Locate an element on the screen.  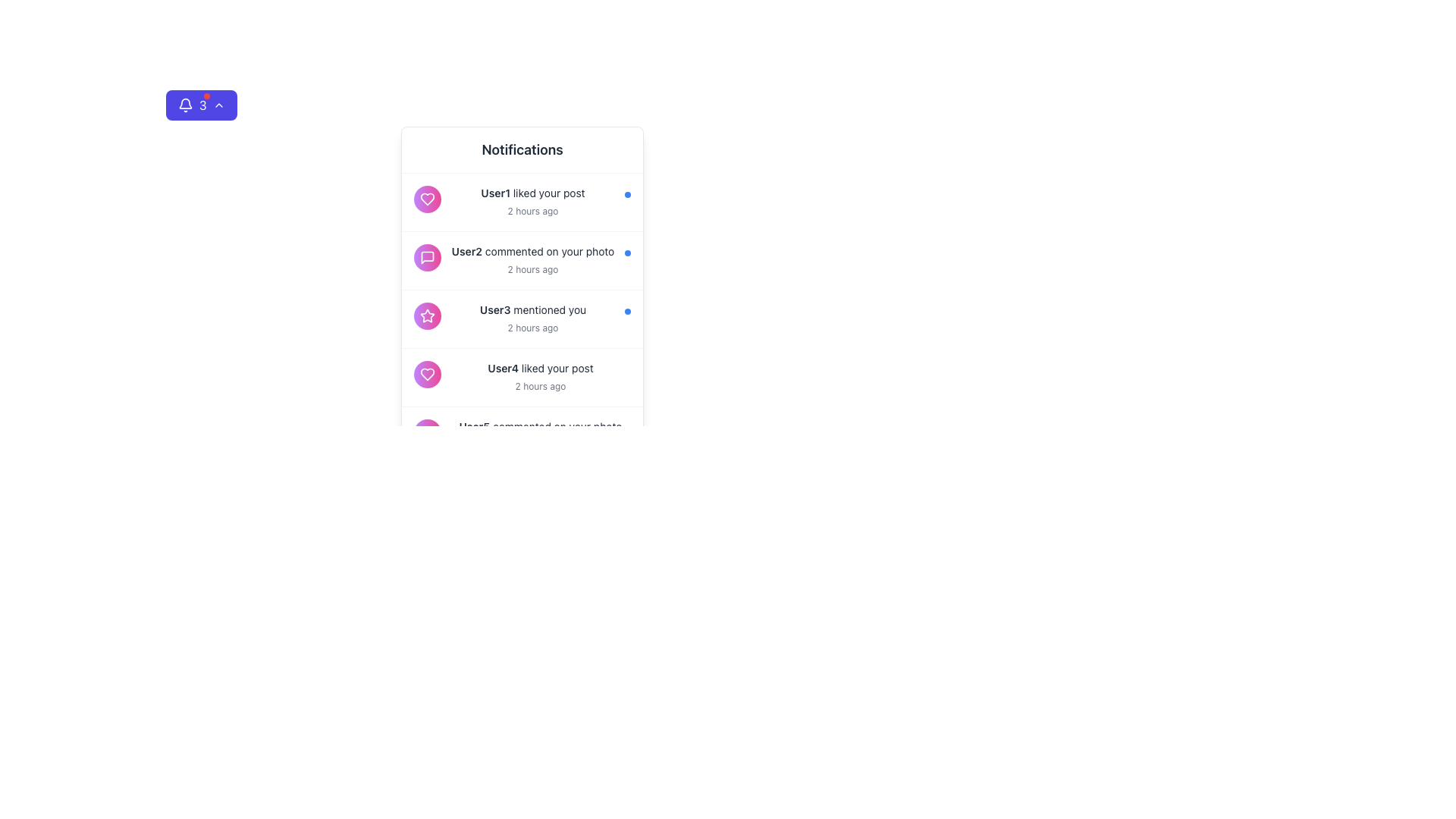
the fifth notification message item that informs the user 'User5 commented on your photo' located at the bottom of the notification panel is located at coordinates (522, 436).